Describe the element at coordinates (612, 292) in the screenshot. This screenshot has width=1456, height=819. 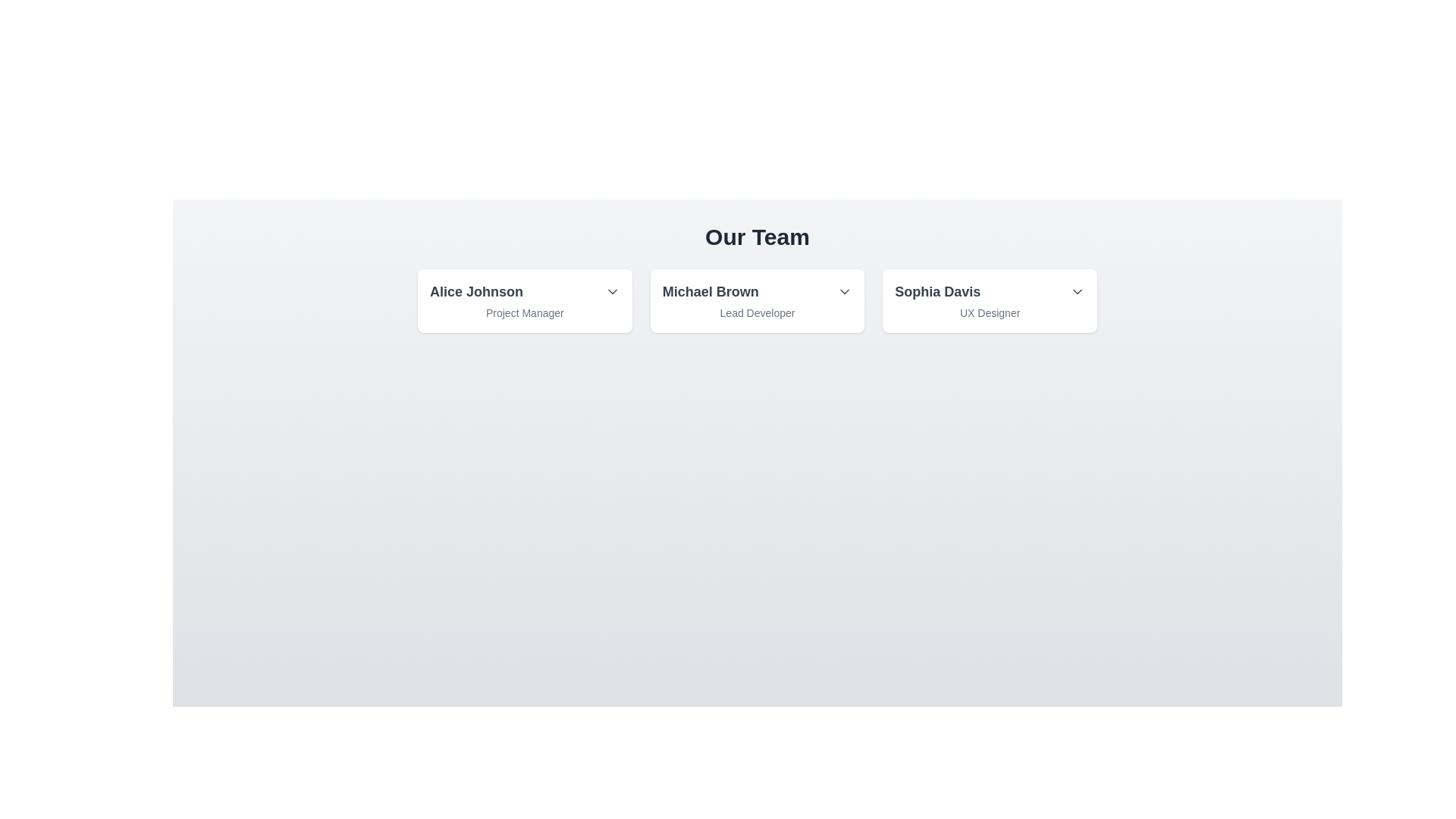
I see `the dropdown indicator (chevron icon) located at the right side of the 'Alice Johnson' card` at that location.